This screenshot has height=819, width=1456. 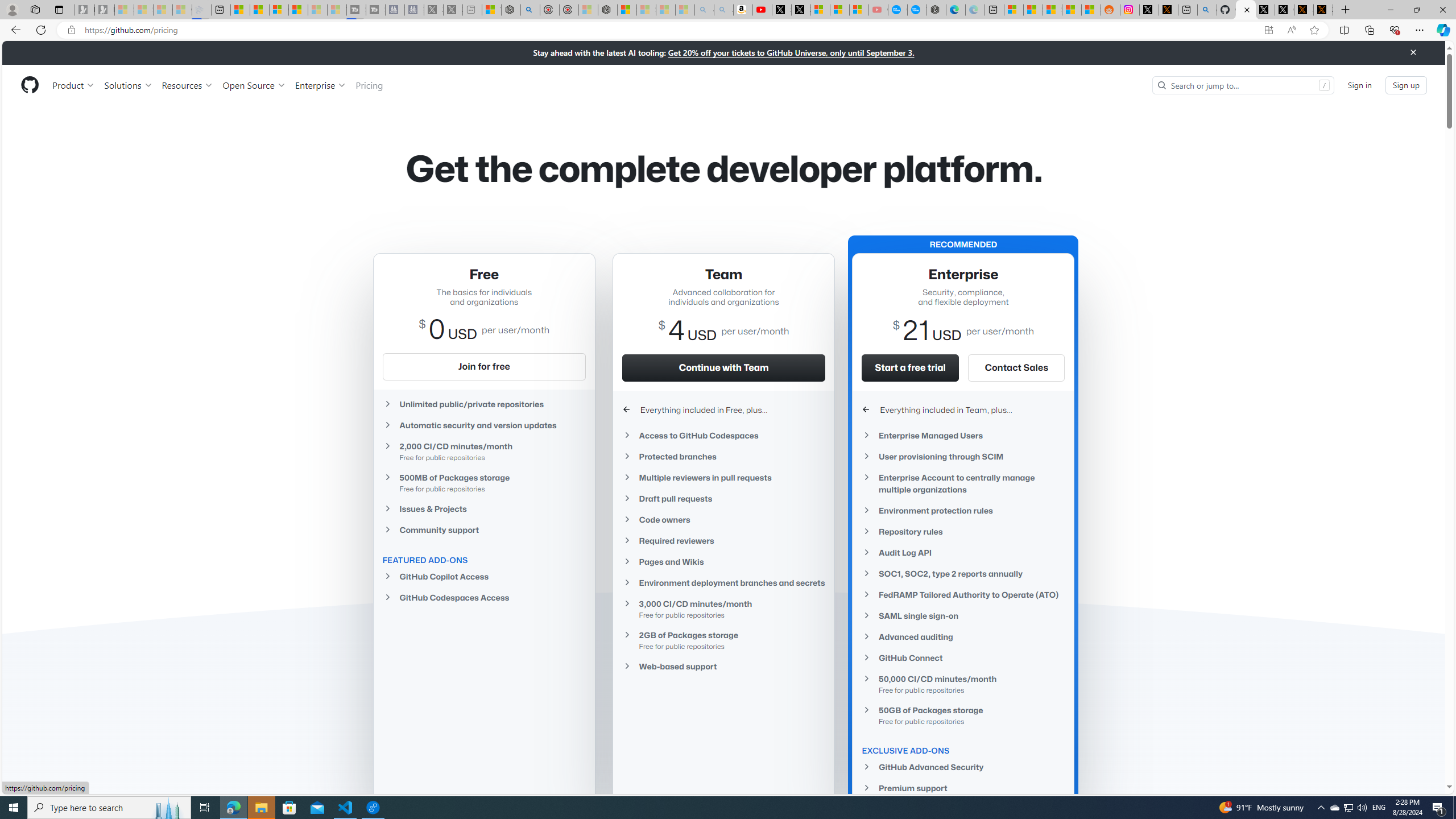 I want to click on '2,000 CI/CD minutes/month Free for public repositories', so click(x=482, y=451).